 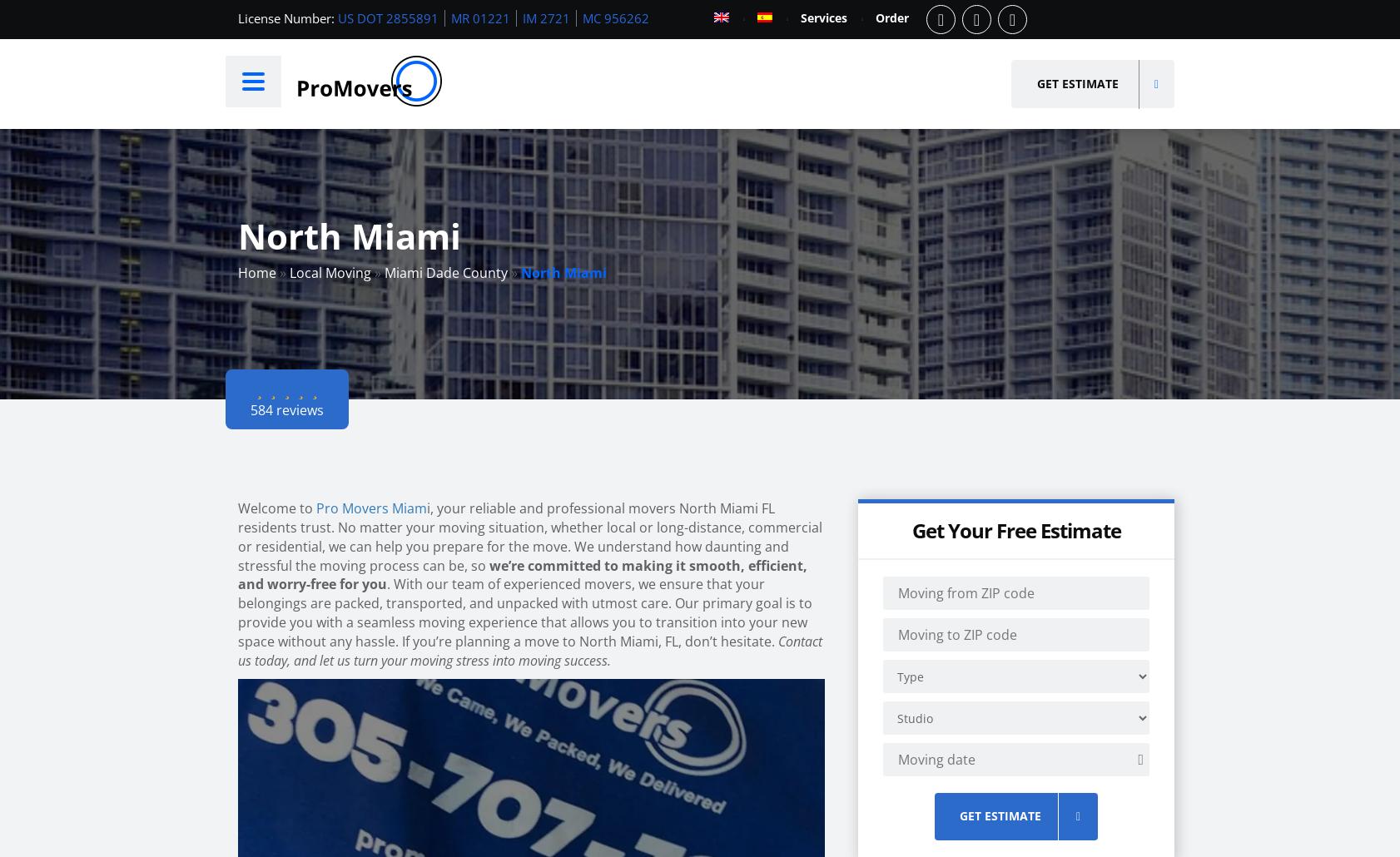 What do you see at coordinates (524, 612) in the screenshot?
I see `'. With our team of experienced movers, we ensure that your belongings are packed, transported, and unpacked with utmost care. Our primary goal is to provide you with a seamless moving experience that allows you to transition into your new space without any hassle. If you’re planning a move to North Miami, FL, don’t hesitate.'` at bounding box center [524, 612].